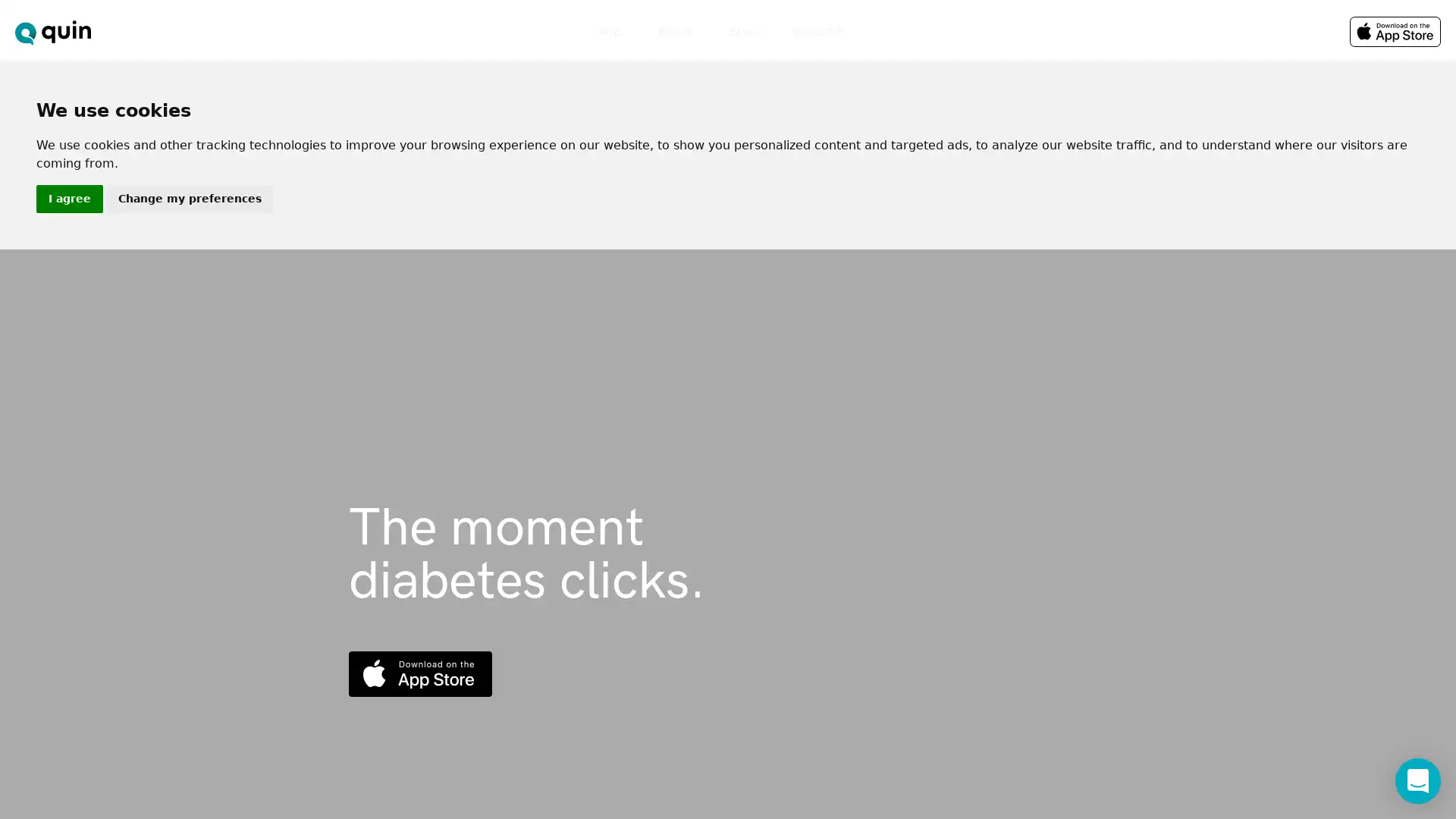 This screenshot has width=1456, height=819. What do you see at coordinates (189, 198) in the screenshot?
I see `Change my preferences` at bounding box center [189, 198].